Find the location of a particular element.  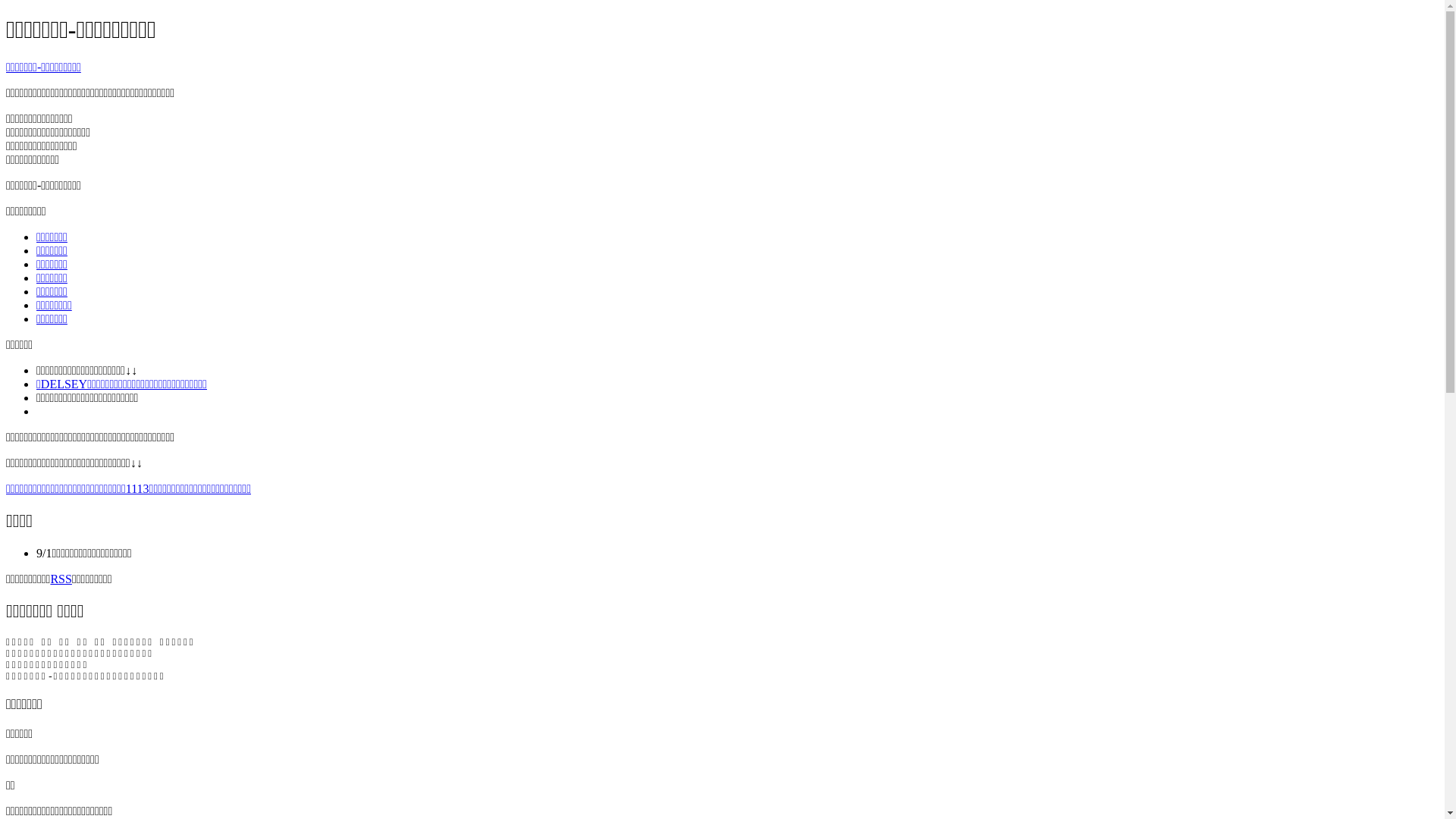

'RSS' is located at coordinates (61, 579).